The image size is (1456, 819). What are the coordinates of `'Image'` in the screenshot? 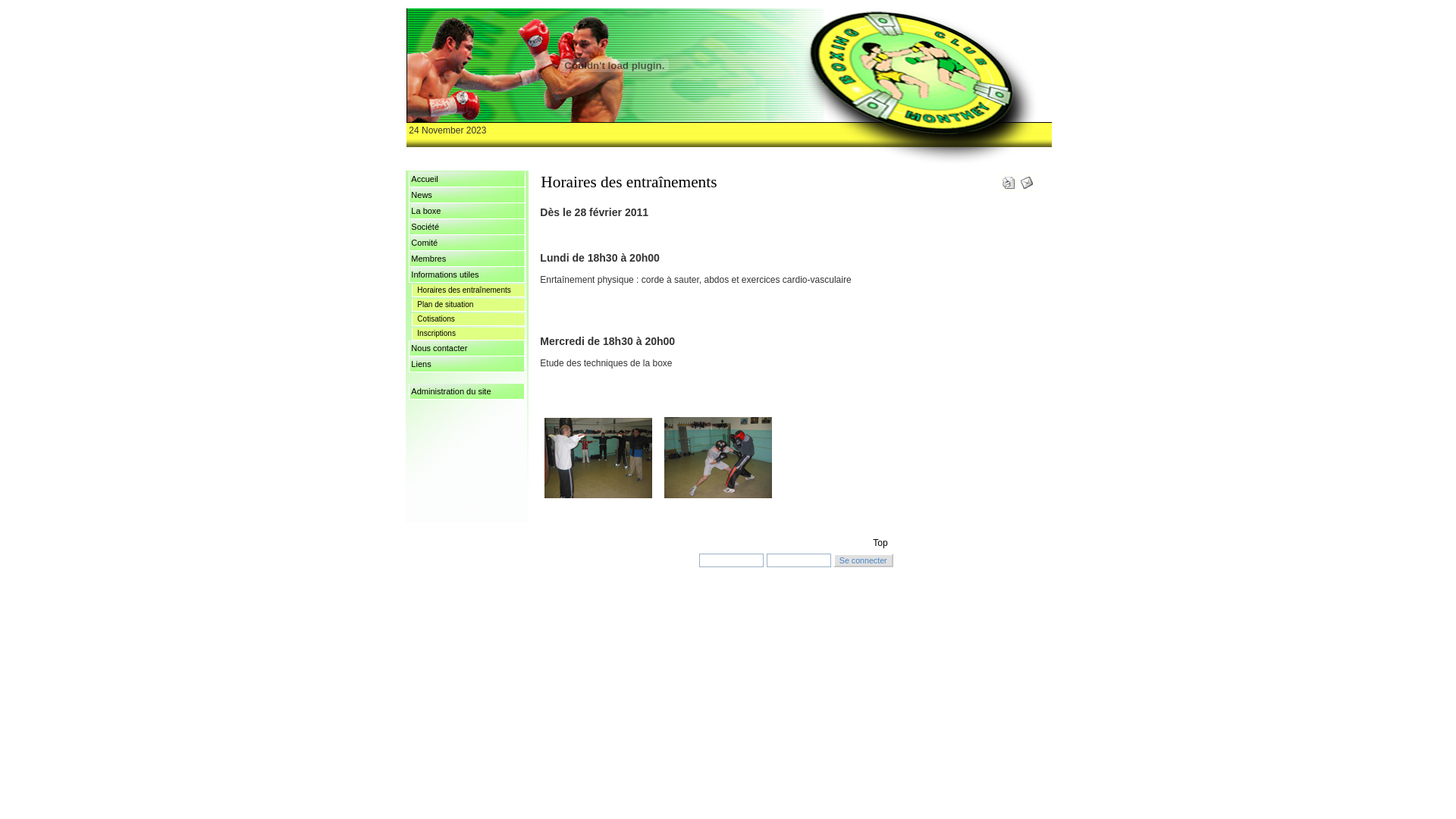 It's located at (597, 457).